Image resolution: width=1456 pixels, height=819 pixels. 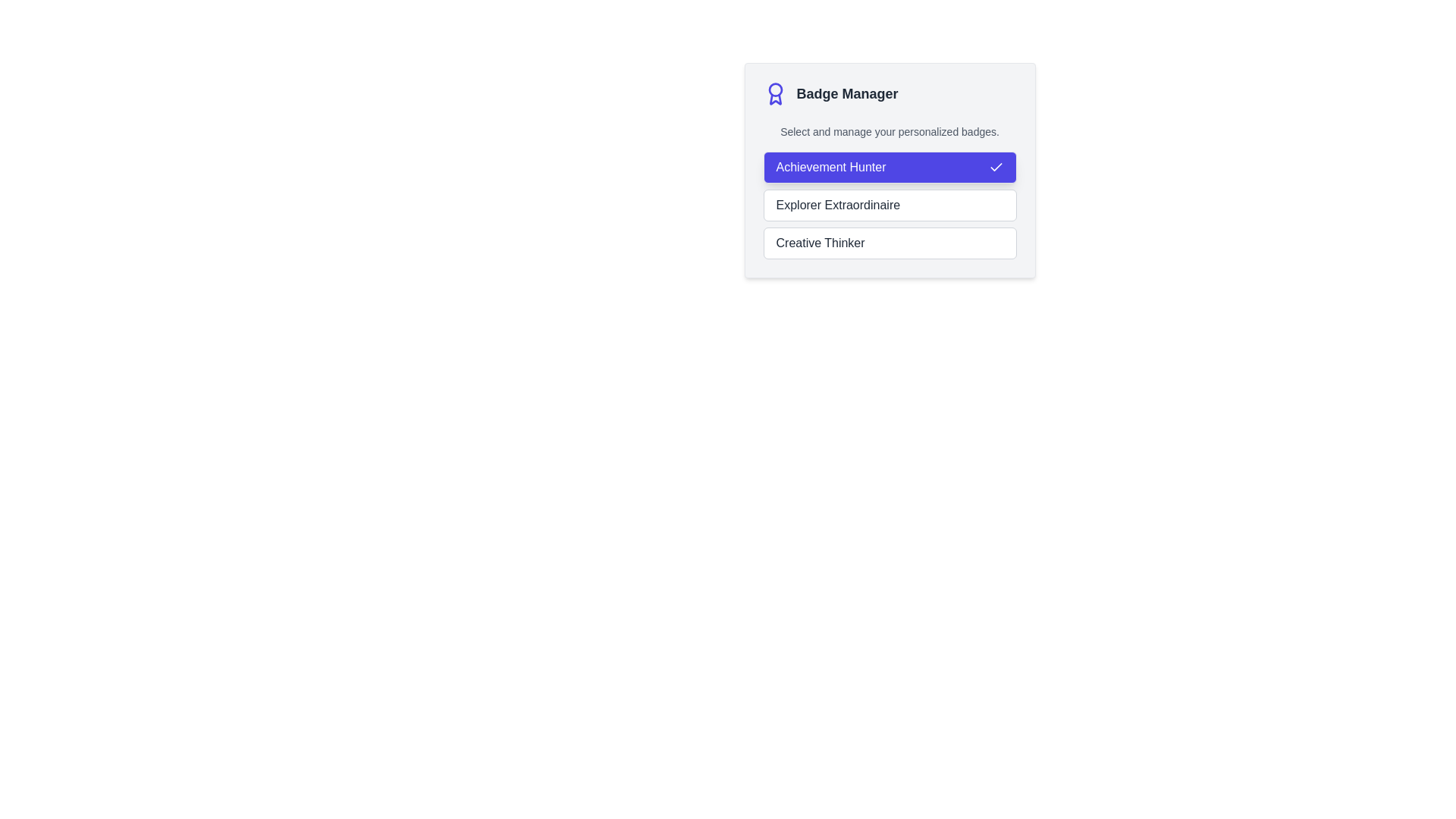 What do you see at coordinates (890, 242) in the screenshot?
I see `the 'Creative Thinker' button` at bounding box center [890, 242].